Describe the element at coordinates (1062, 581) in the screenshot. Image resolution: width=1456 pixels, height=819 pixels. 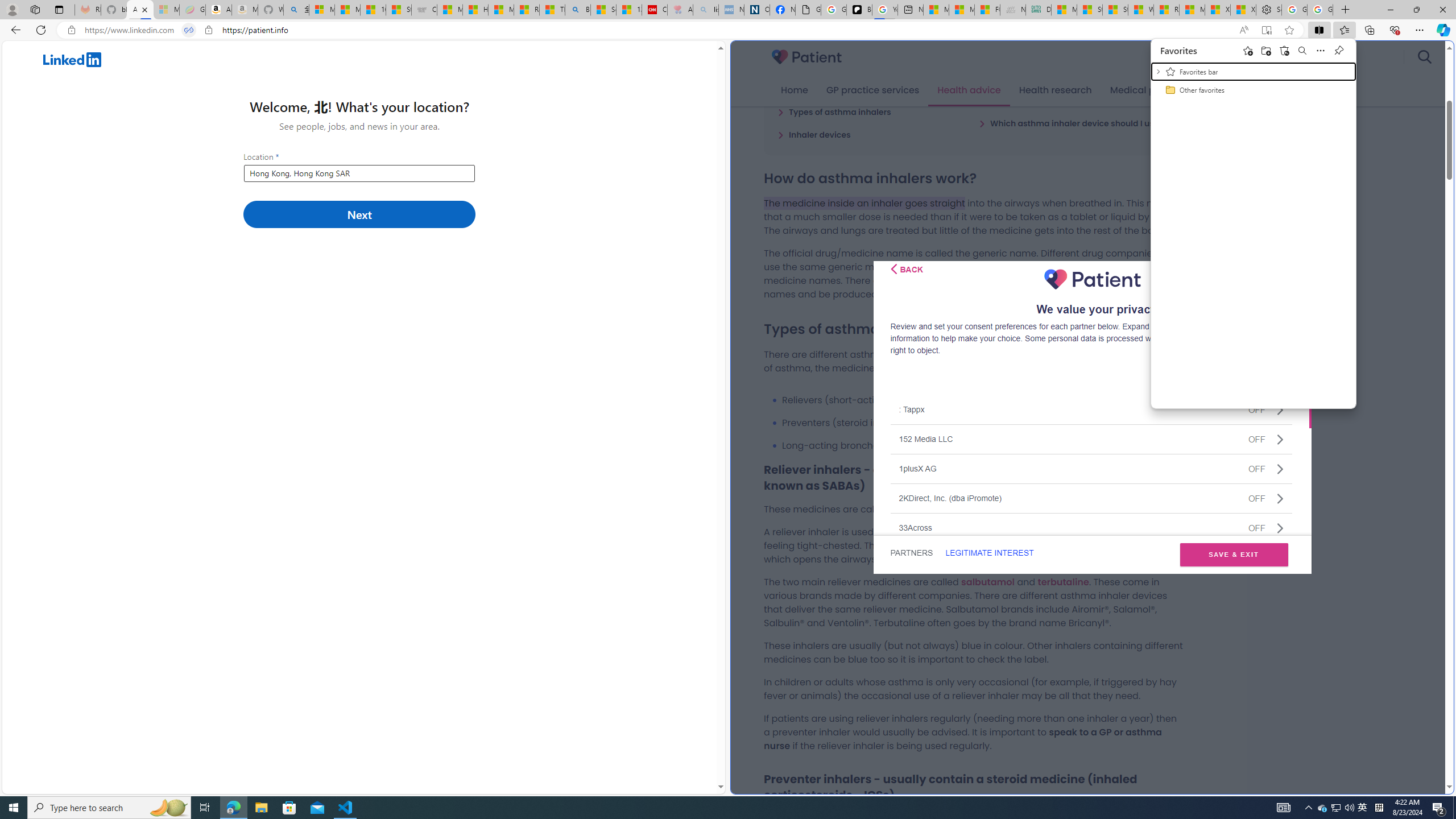
I see `'terbutaline'` at that location.